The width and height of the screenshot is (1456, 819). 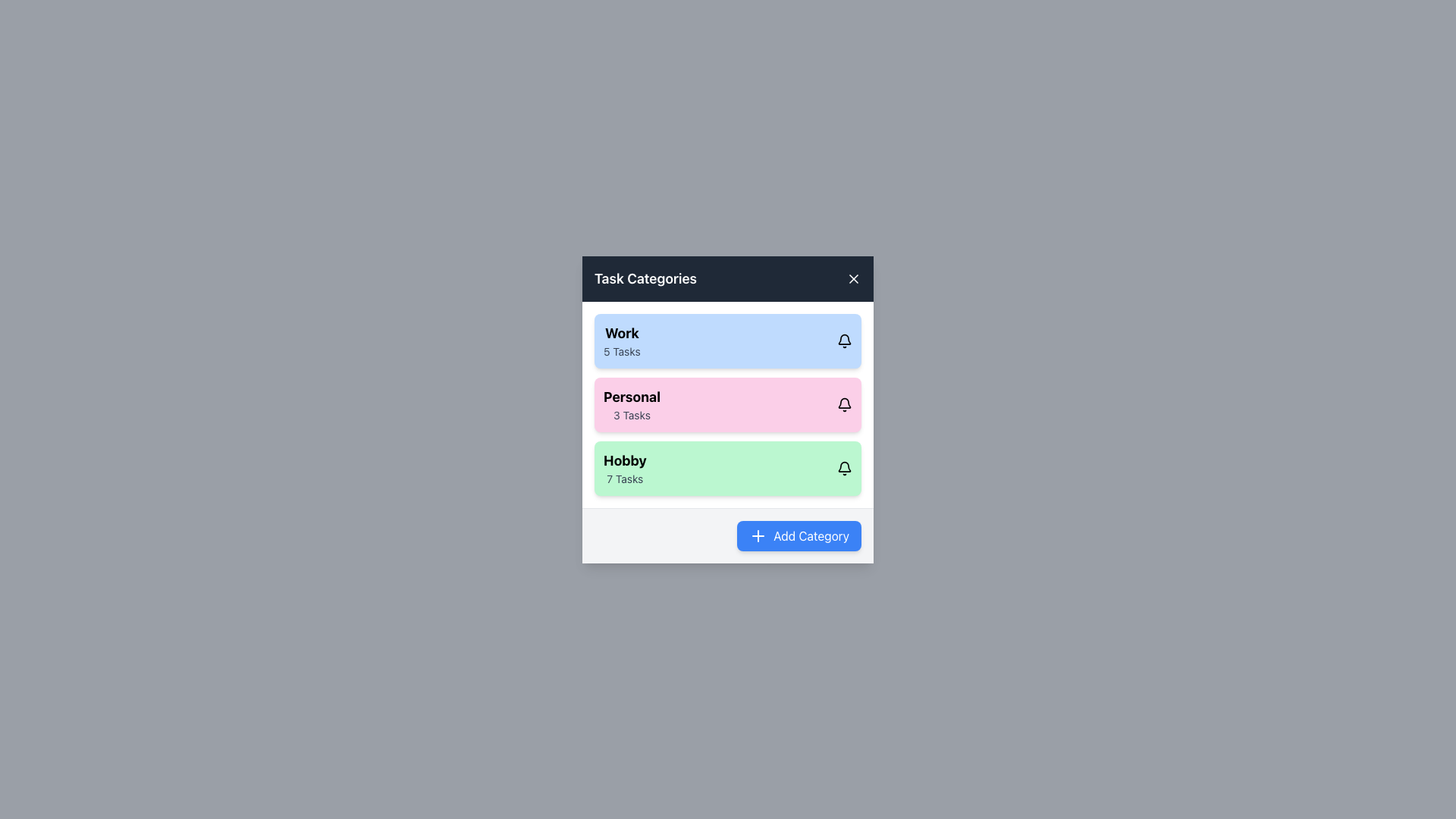 What do you see at coordinates (758, 535) in the screenshot?
I see `the icon indicating the action to add a new category, positioned to the left of the 'Add Category' button in the 'Task Categories' modal` at bounding box center [758, 535].